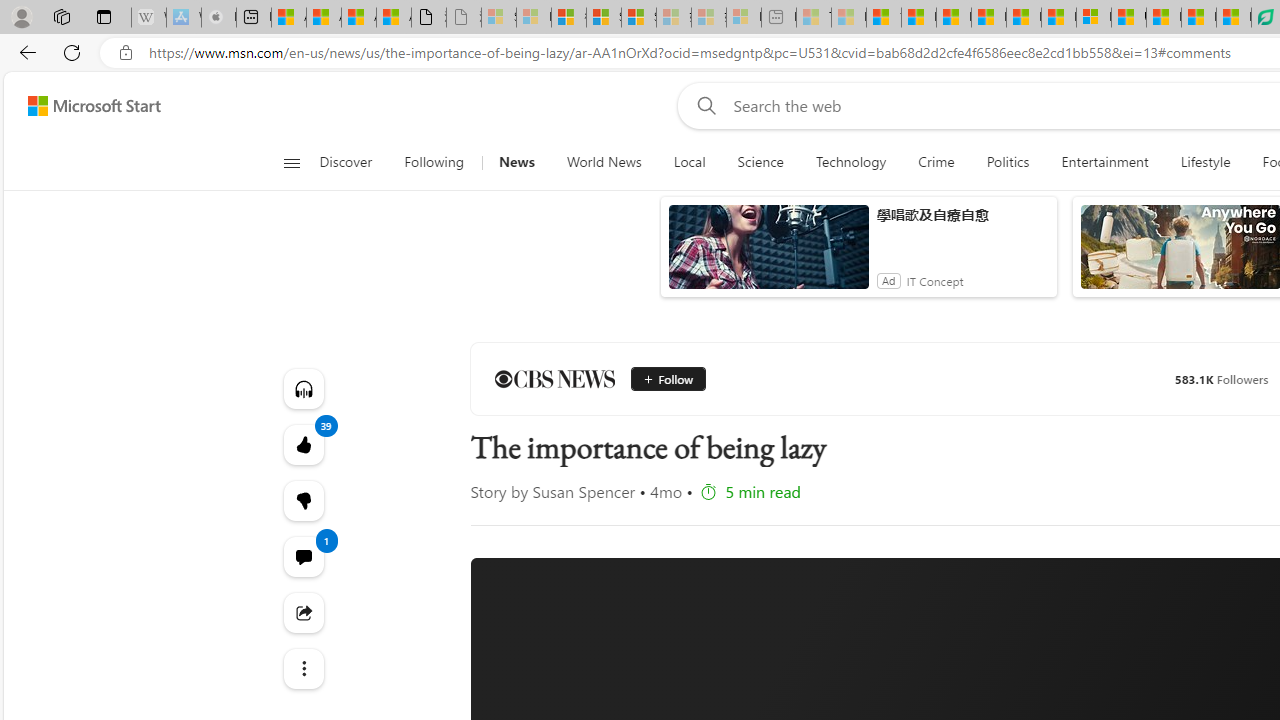  What do you see at coordinates (499, 17) in the screenshot?
I see `'Sign in to your Microsoft account - Sleeping'` at bounding box center [499, 17].